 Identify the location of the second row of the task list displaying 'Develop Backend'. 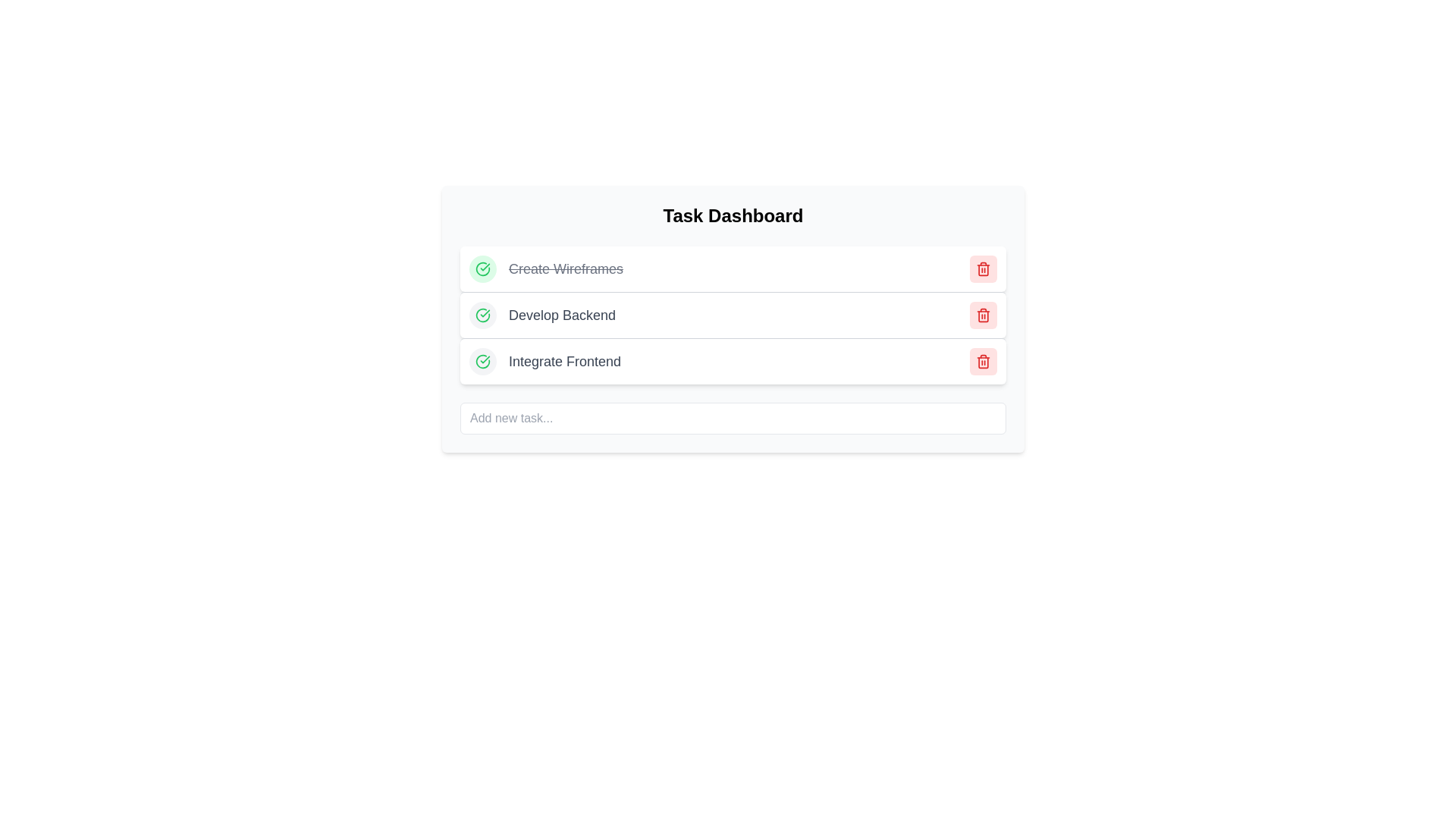
(733, 315).